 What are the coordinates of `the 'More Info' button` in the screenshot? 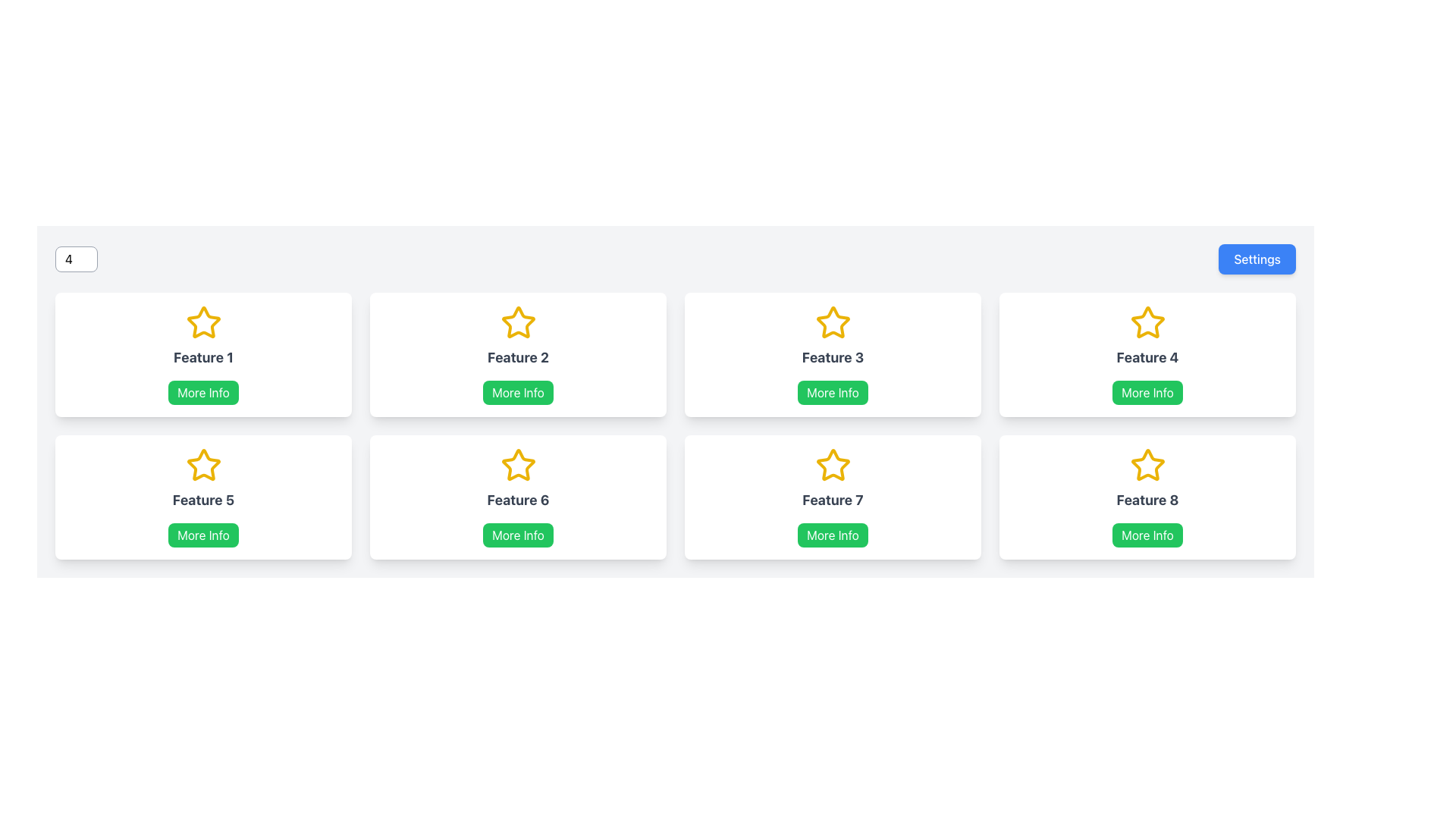 It's located at (832, 391).